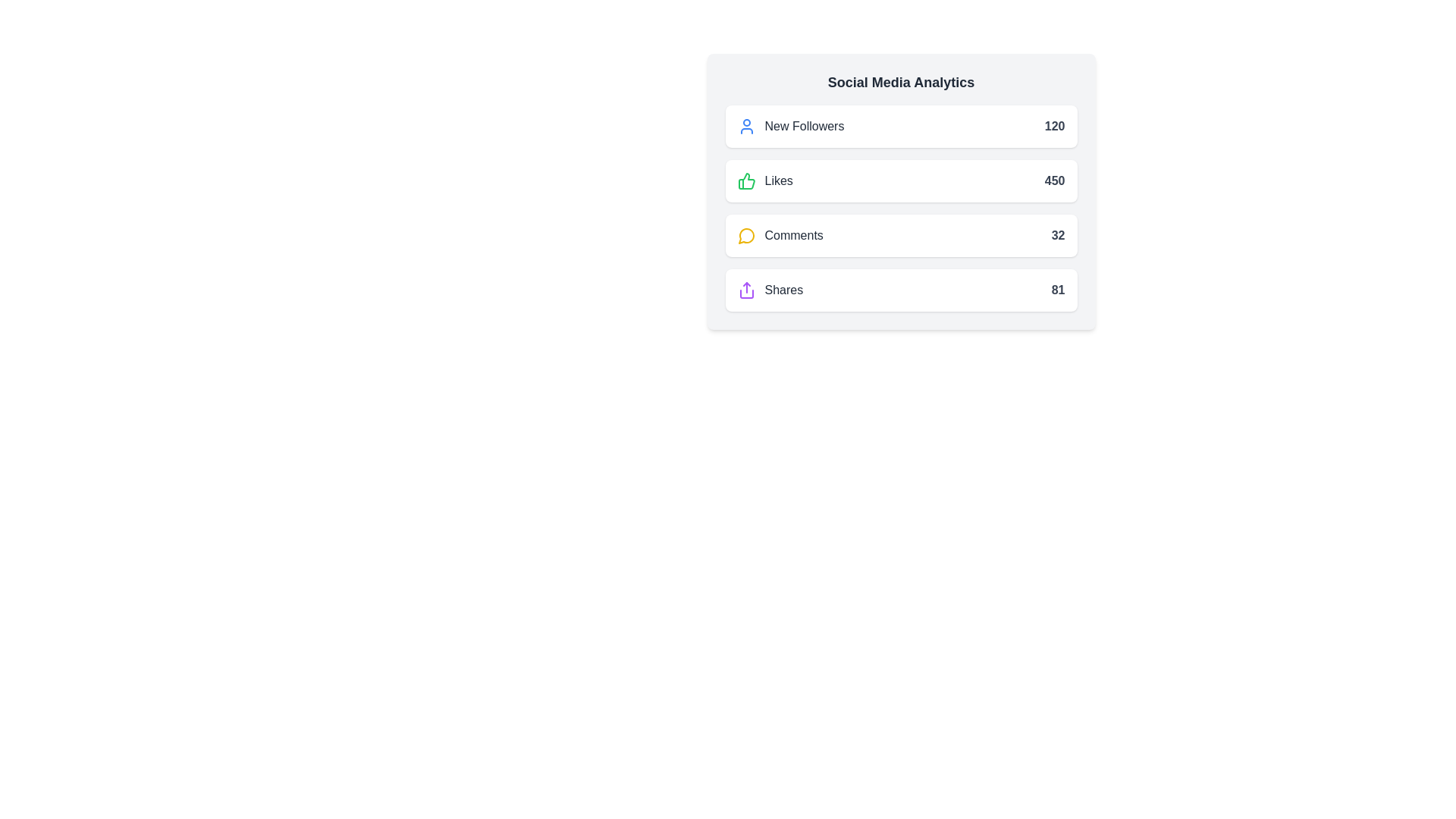 The height and width of the screenshot is (819, 1456). I want to click on the yellow chat bubble icon styled as a vector graphic, located in the third row of the analytics dashboard, to the left of the 'Comments' label, so click(745, 236).